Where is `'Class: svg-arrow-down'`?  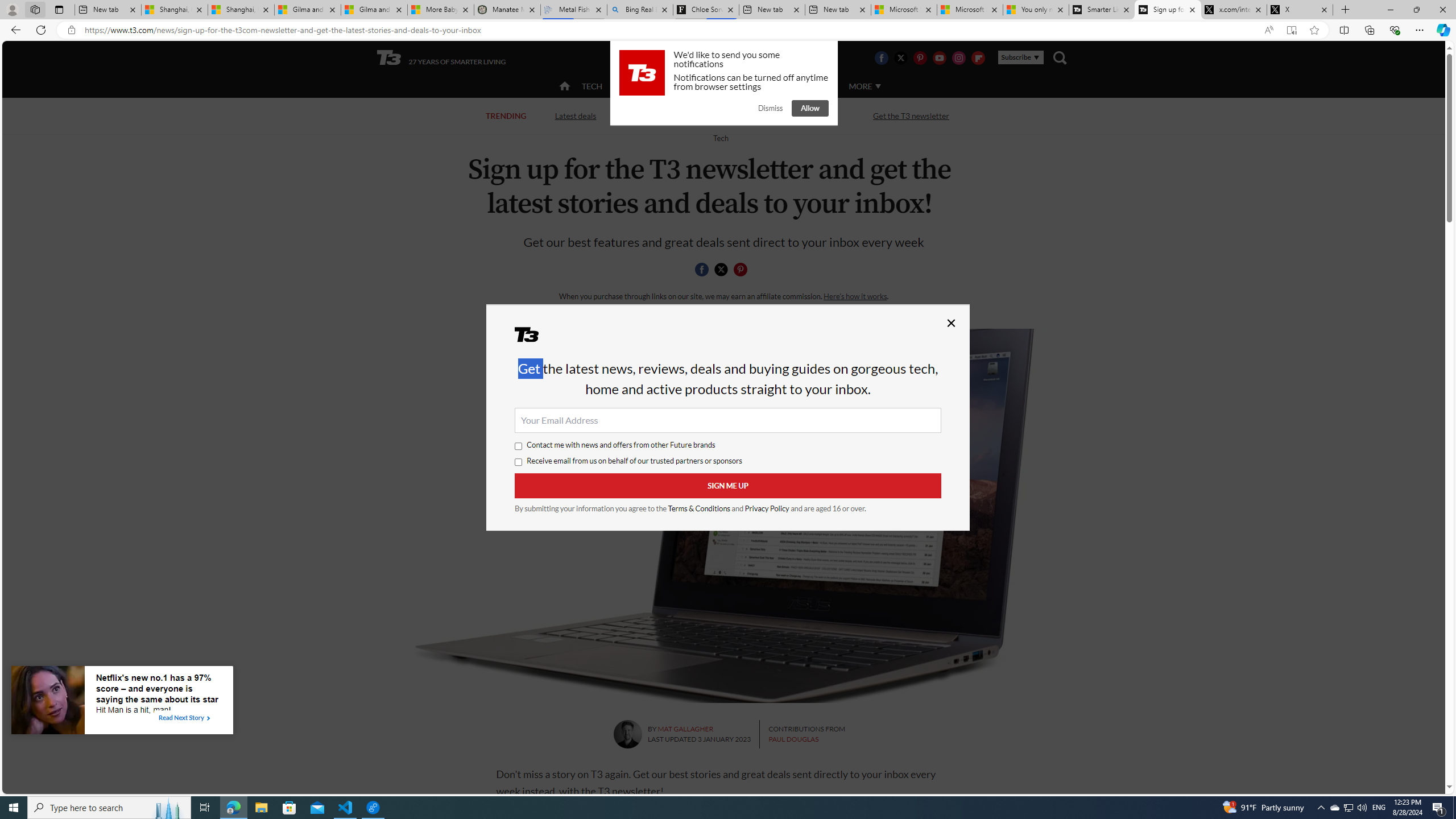
'Class: svg-arrow-down' is located at coordinates (877, 85).